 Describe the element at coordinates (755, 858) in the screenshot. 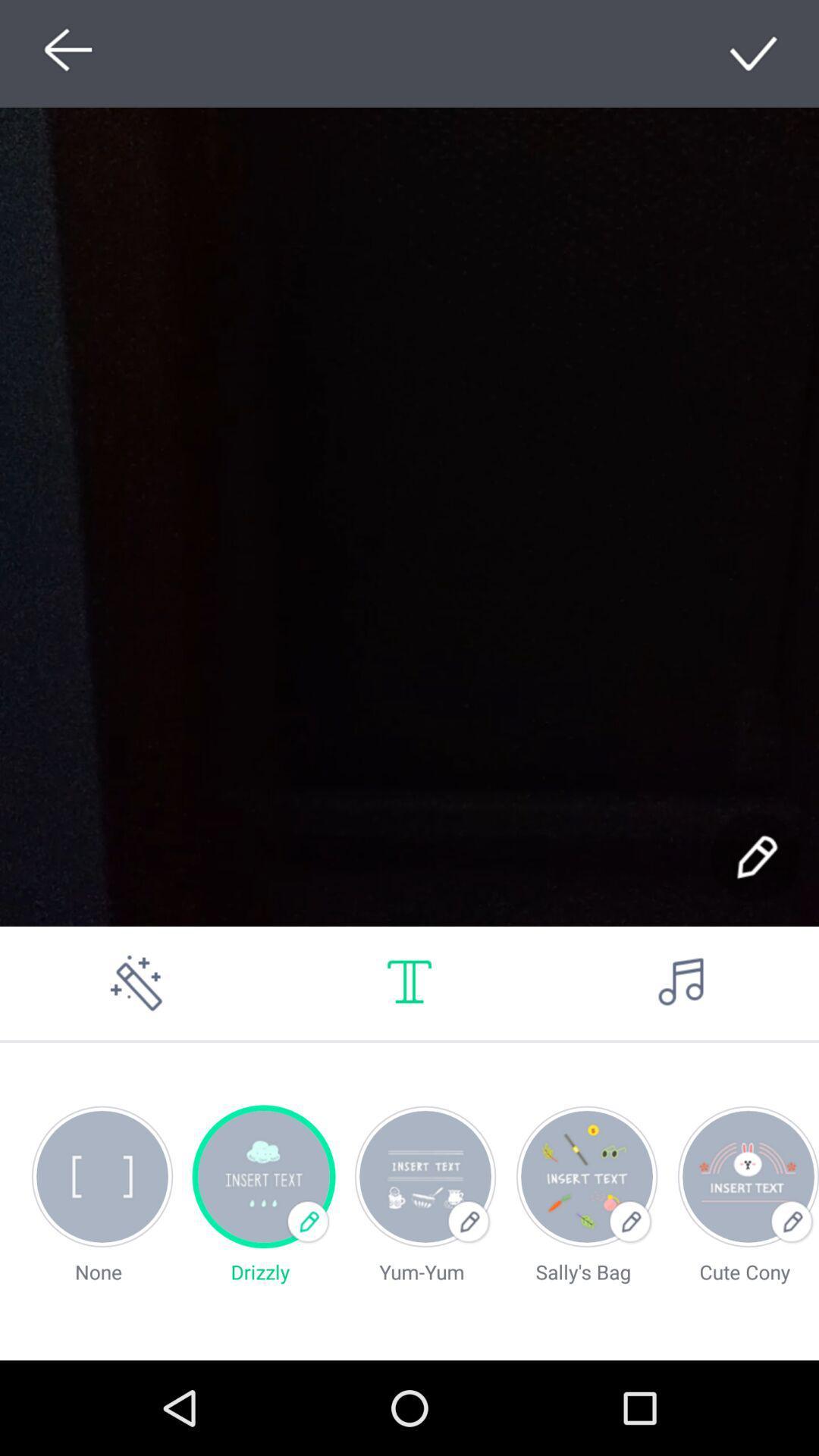

I see `writing option` at that location.